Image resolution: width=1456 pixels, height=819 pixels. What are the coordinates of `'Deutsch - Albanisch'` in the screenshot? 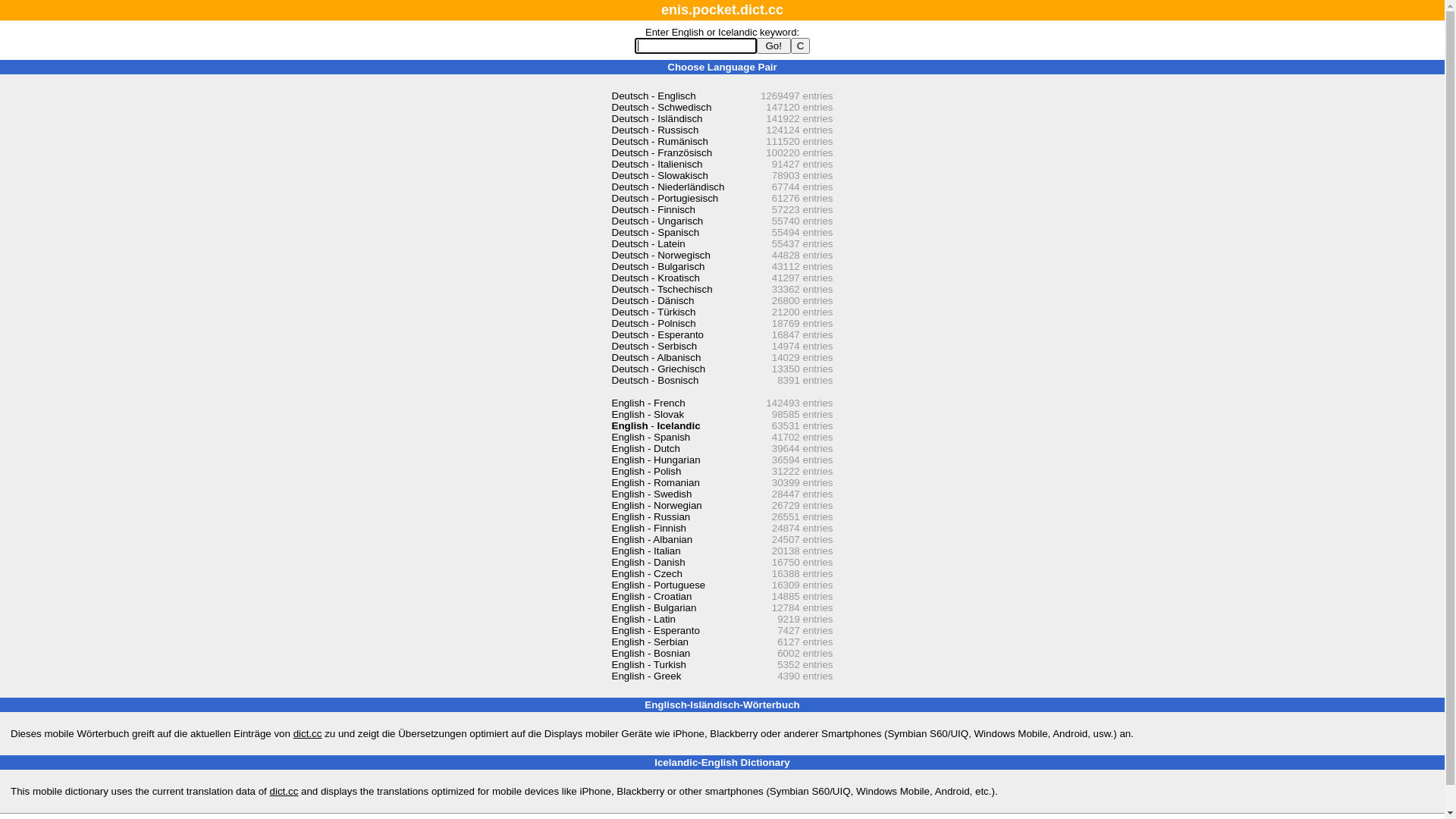 It's located at (611, 357).